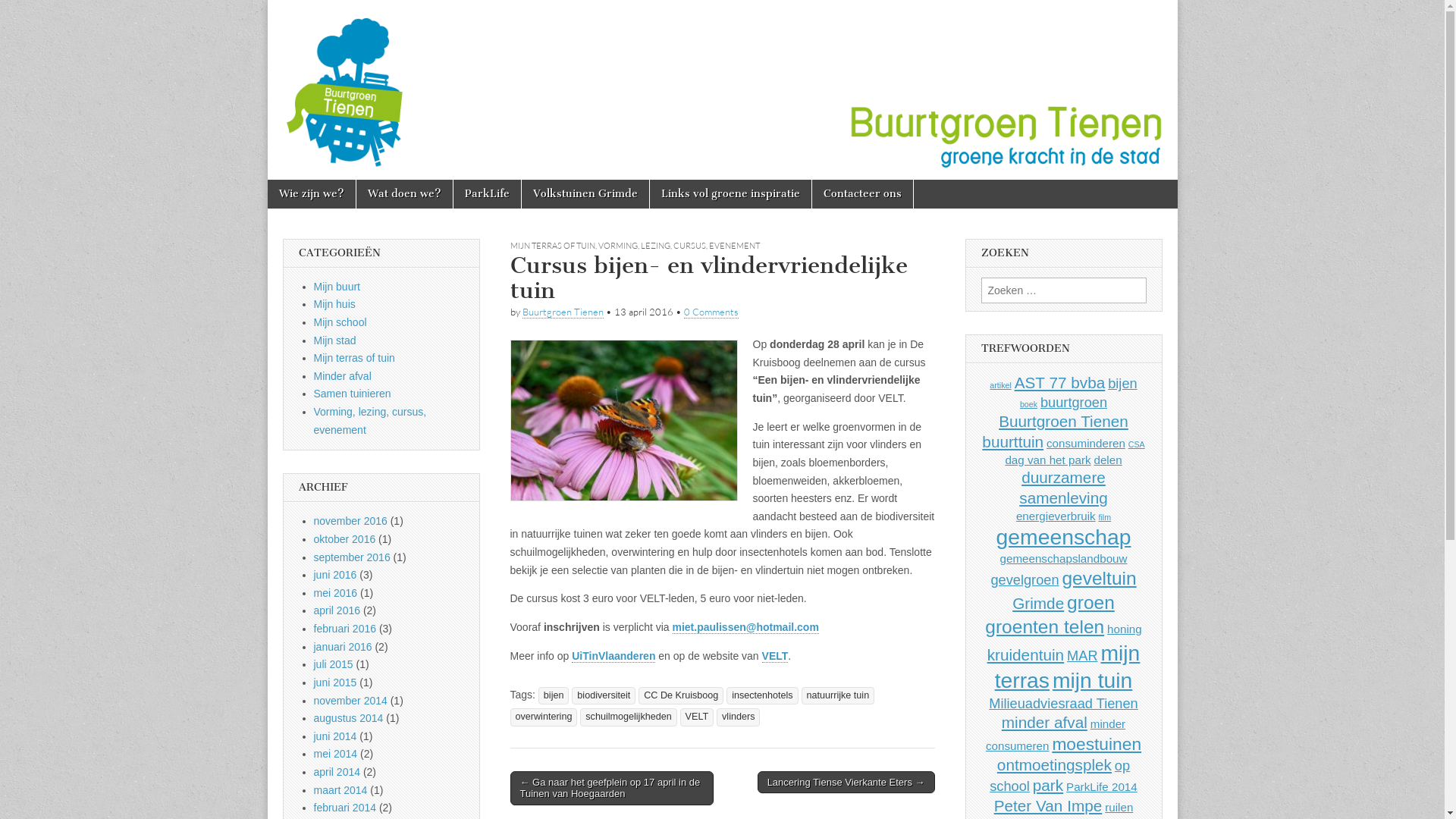 The width and height of the screenshot is (1456, 819). What do you see at coordinates (334, 339) in the screenshot?
I see `'Mijn stad'` at bounding box center [334, 339].